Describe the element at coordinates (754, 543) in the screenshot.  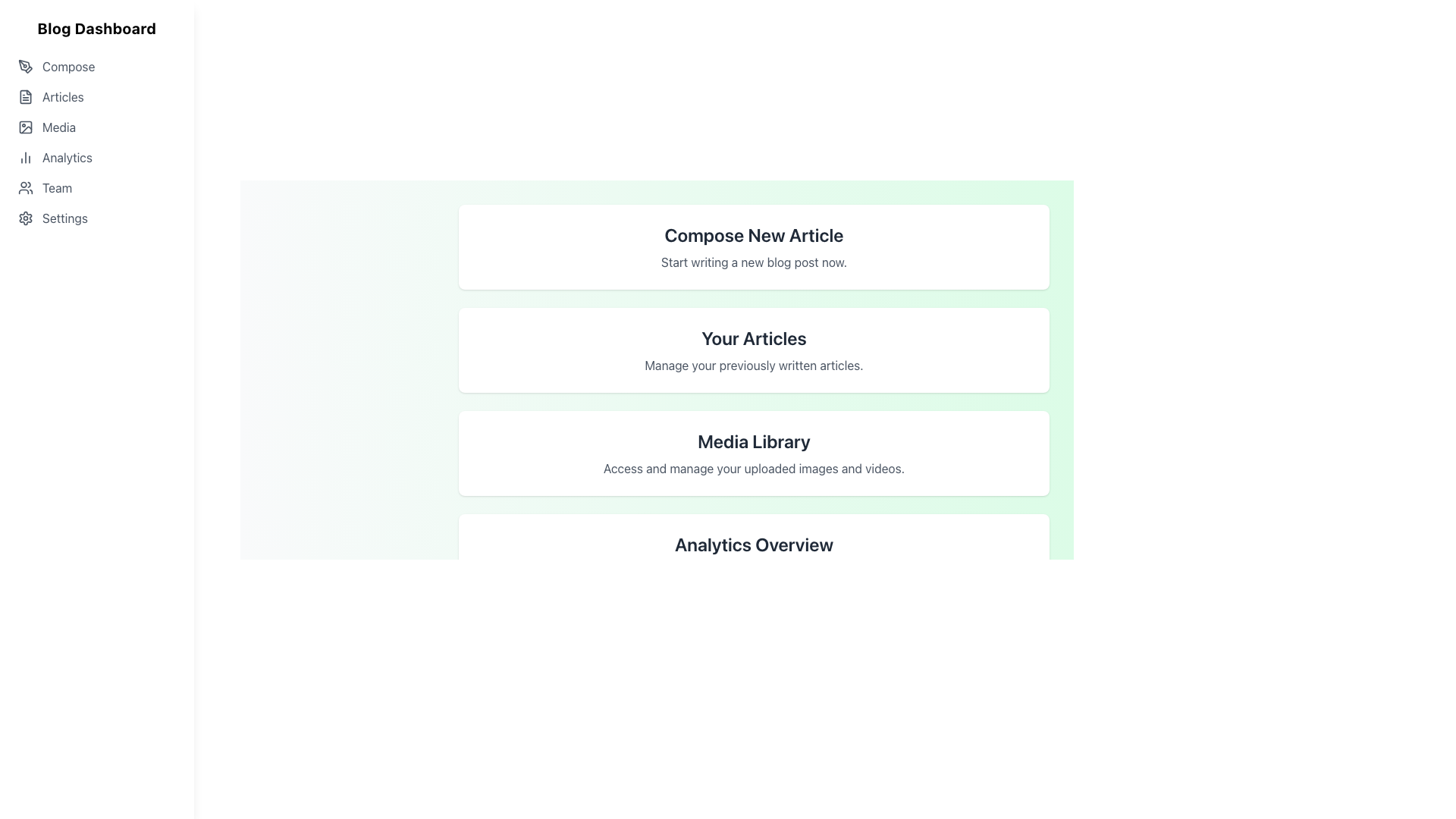
I see `the Text label that serves as the headline for the card titled 'Analytics OverviewView detailed insights about your blog.' positioned at the top of the card` at that location.